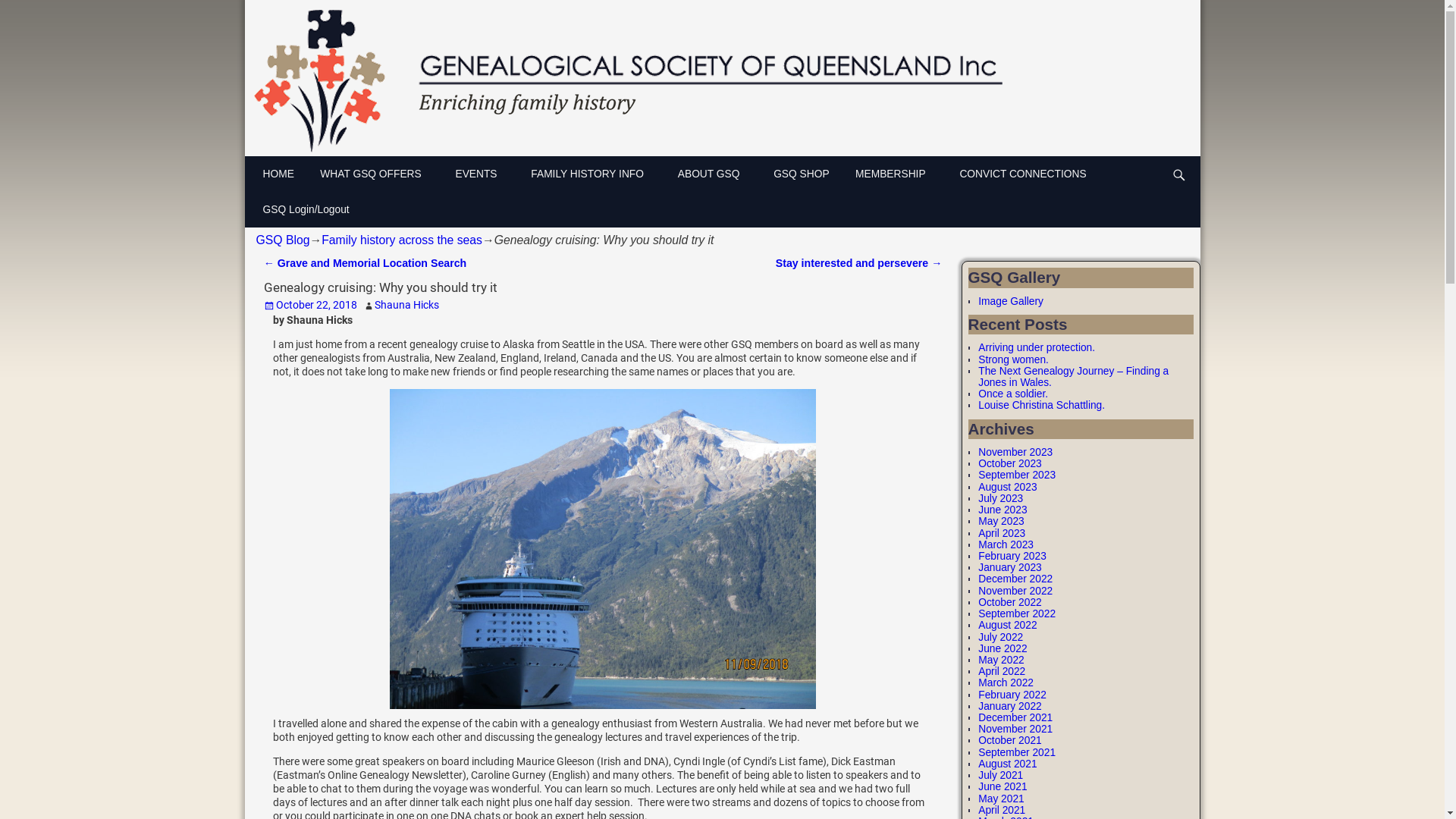  I want to click on 'November 2022', so click(1015, 590).